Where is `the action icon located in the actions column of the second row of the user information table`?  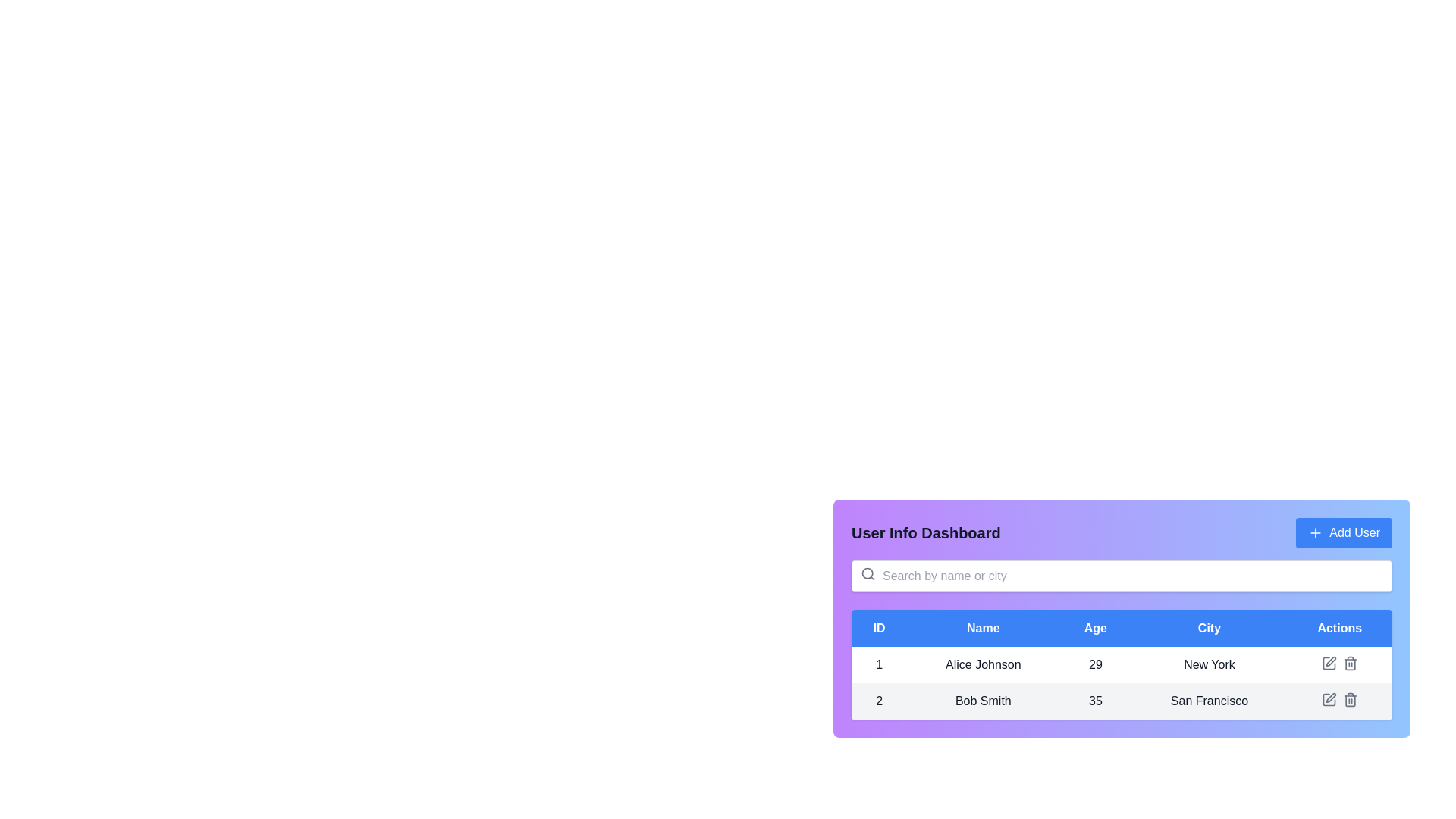
the action icon located in the actions column of the second row of the user information table is located at coordinates (1328, 663).